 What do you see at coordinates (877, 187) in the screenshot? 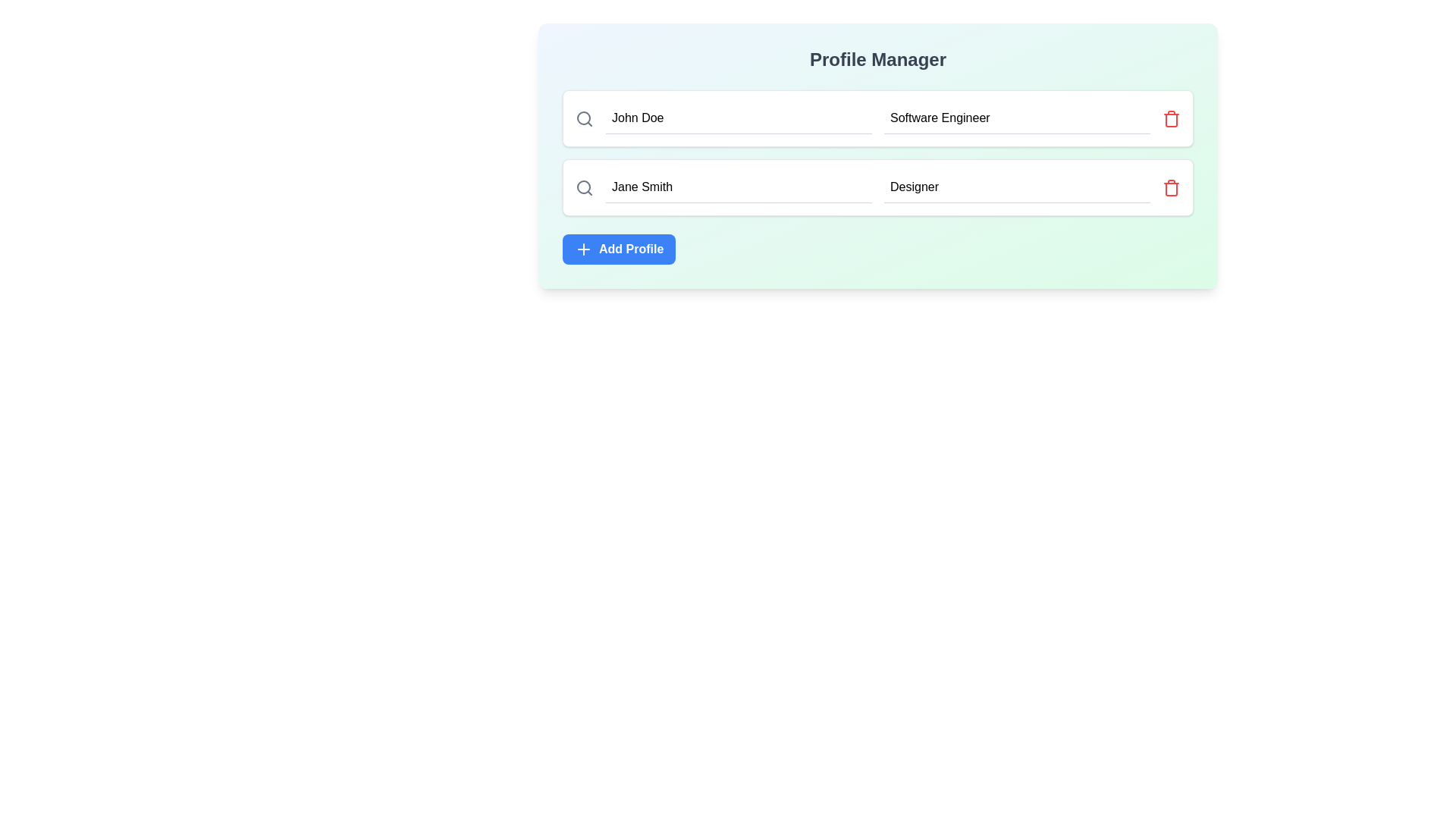
I see `the profile entry for 'Jane Smith' and 'Designer'` at bounding box center [877, 187].